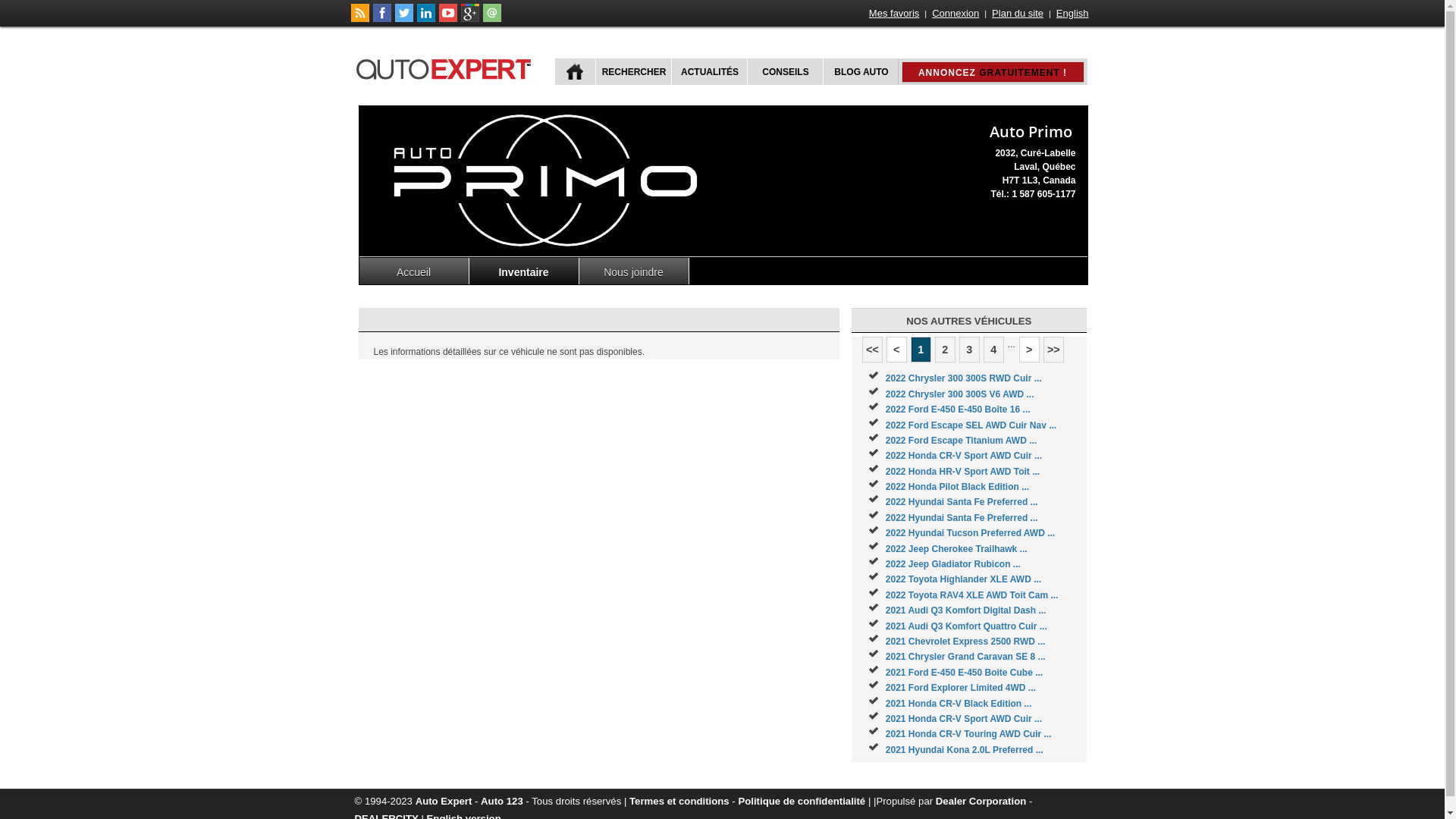  I want to click on 'Suivez autoExpert.ca sur Youtube', so click(447, 18).